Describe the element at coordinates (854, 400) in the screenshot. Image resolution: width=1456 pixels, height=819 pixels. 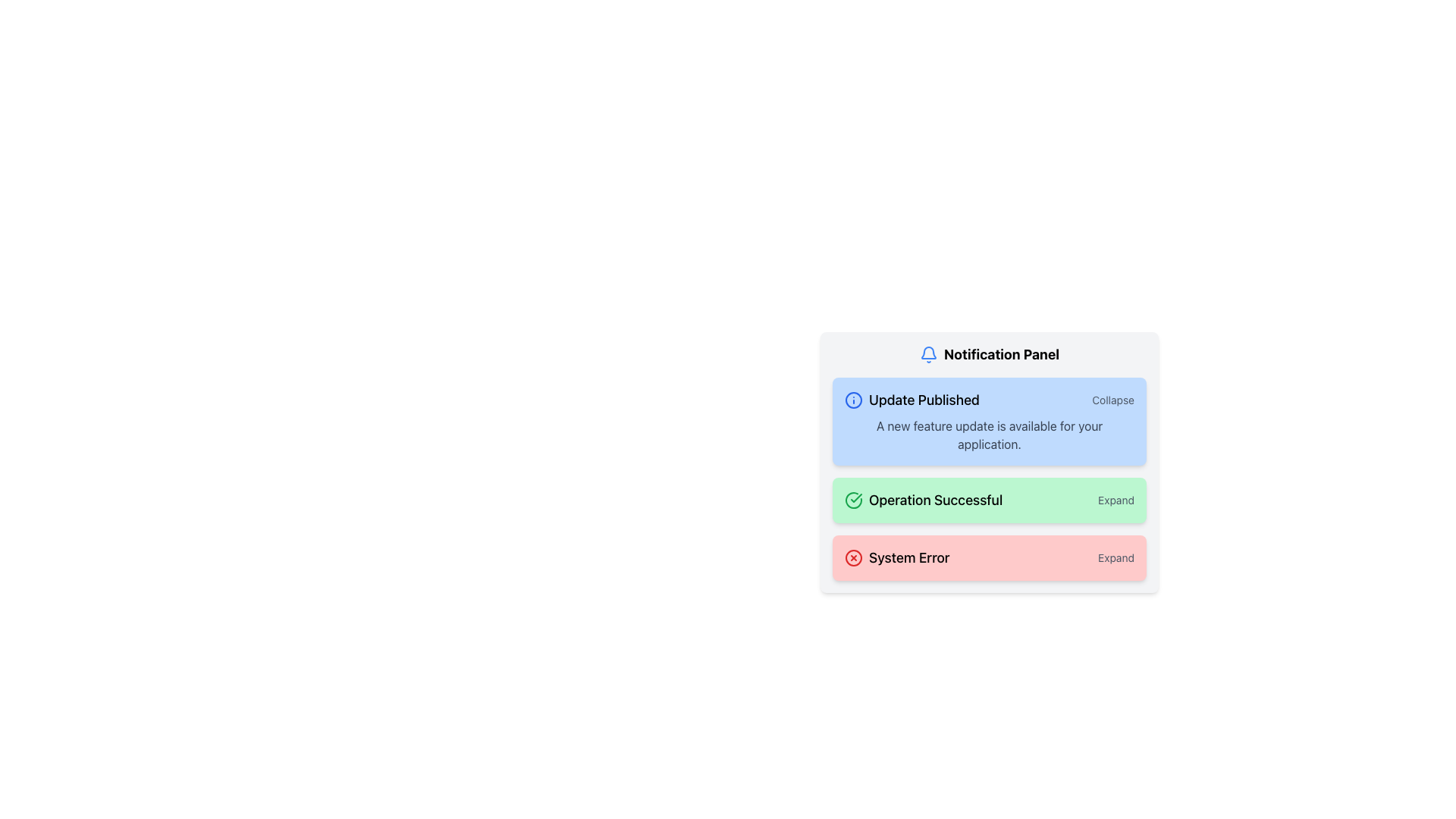
I see `the SVG circle that is part of the informational icon next to the 'Update Published' notification in the list of notifications` at that location.